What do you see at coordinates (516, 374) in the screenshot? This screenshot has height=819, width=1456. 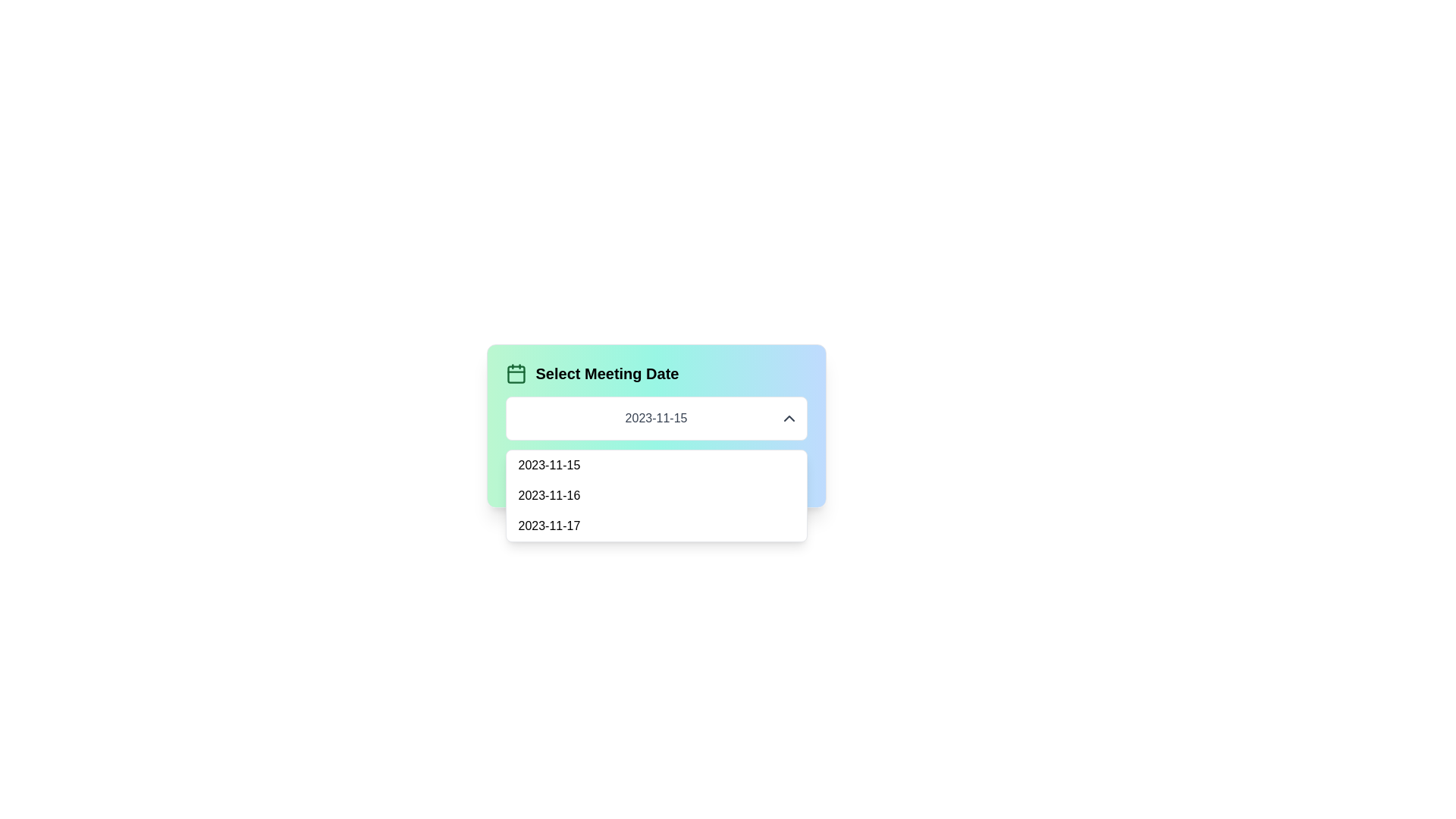 I see `the calendar icon with green outlines, located to the left of the text 'Select Meeting Date'` at bounding box center [516, 374].